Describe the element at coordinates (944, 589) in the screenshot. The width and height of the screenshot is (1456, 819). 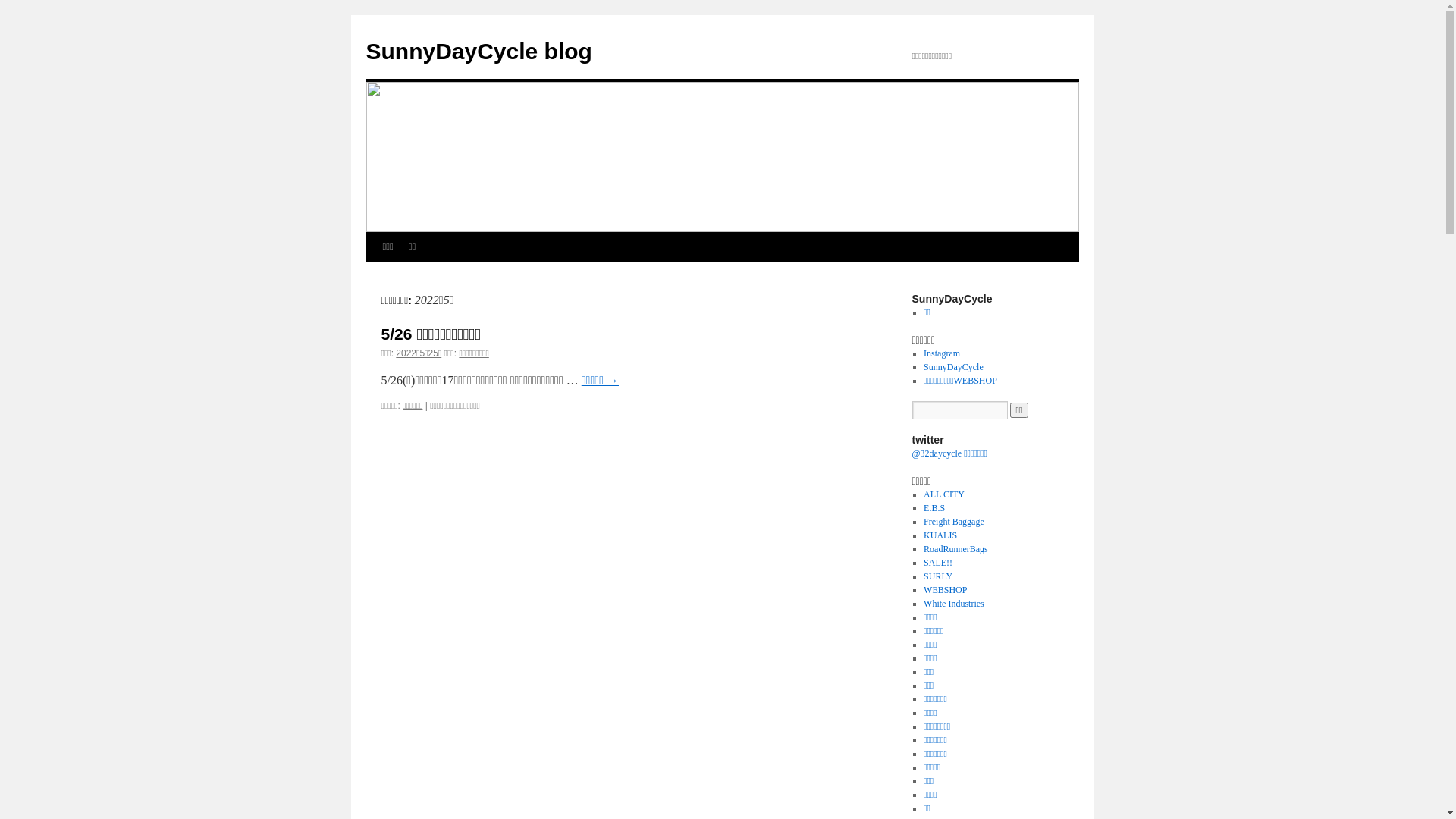
I see `'WEBSHOP'` at that location.